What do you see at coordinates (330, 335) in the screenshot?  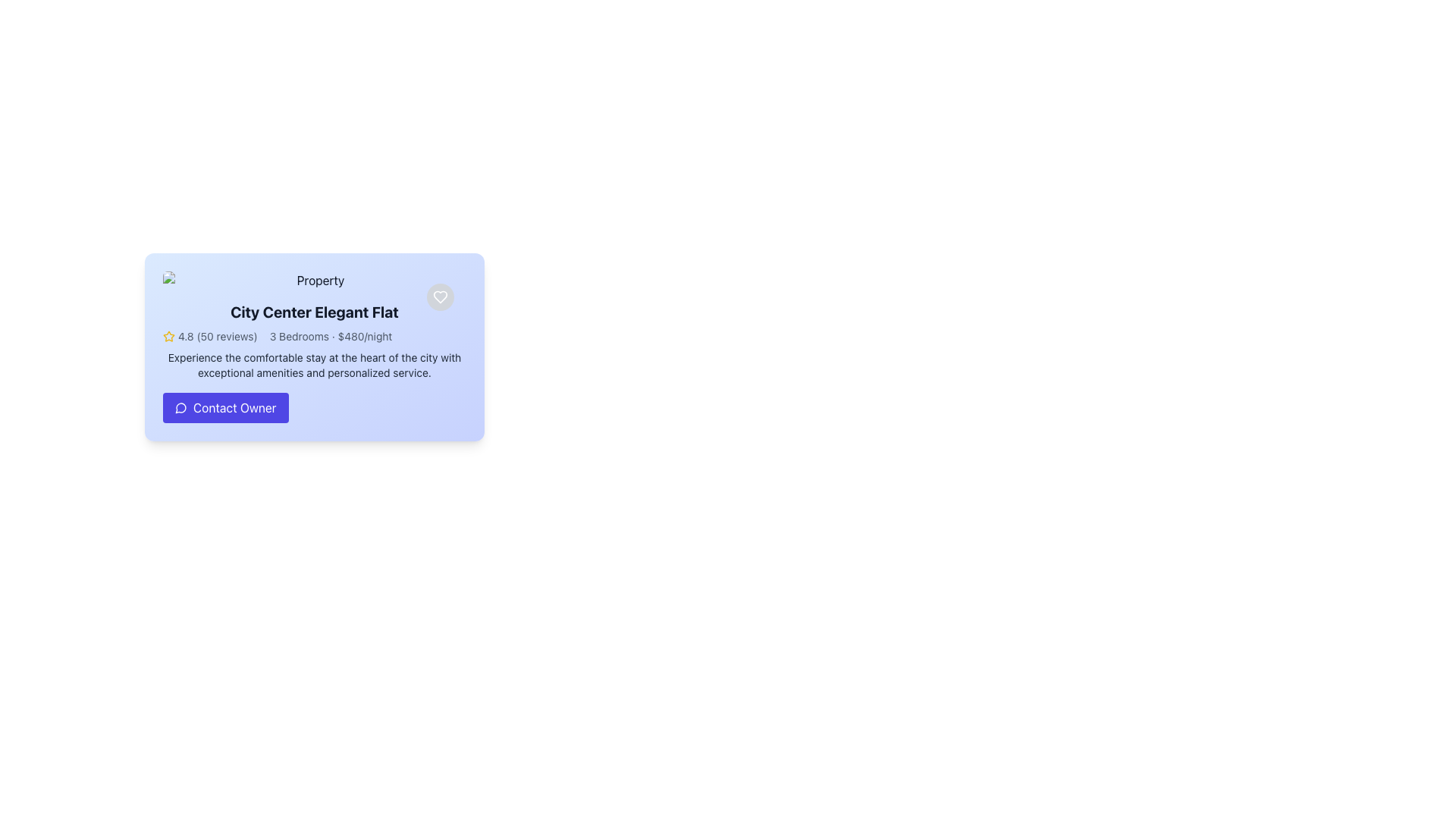 I see `the informational Text label that displays the number of bedrooms and nightly rate, located beneath the title 'City Center Elegant Flat' and adjacent to '4.8 (50 reviews)'` at bounding box center [330, 335].